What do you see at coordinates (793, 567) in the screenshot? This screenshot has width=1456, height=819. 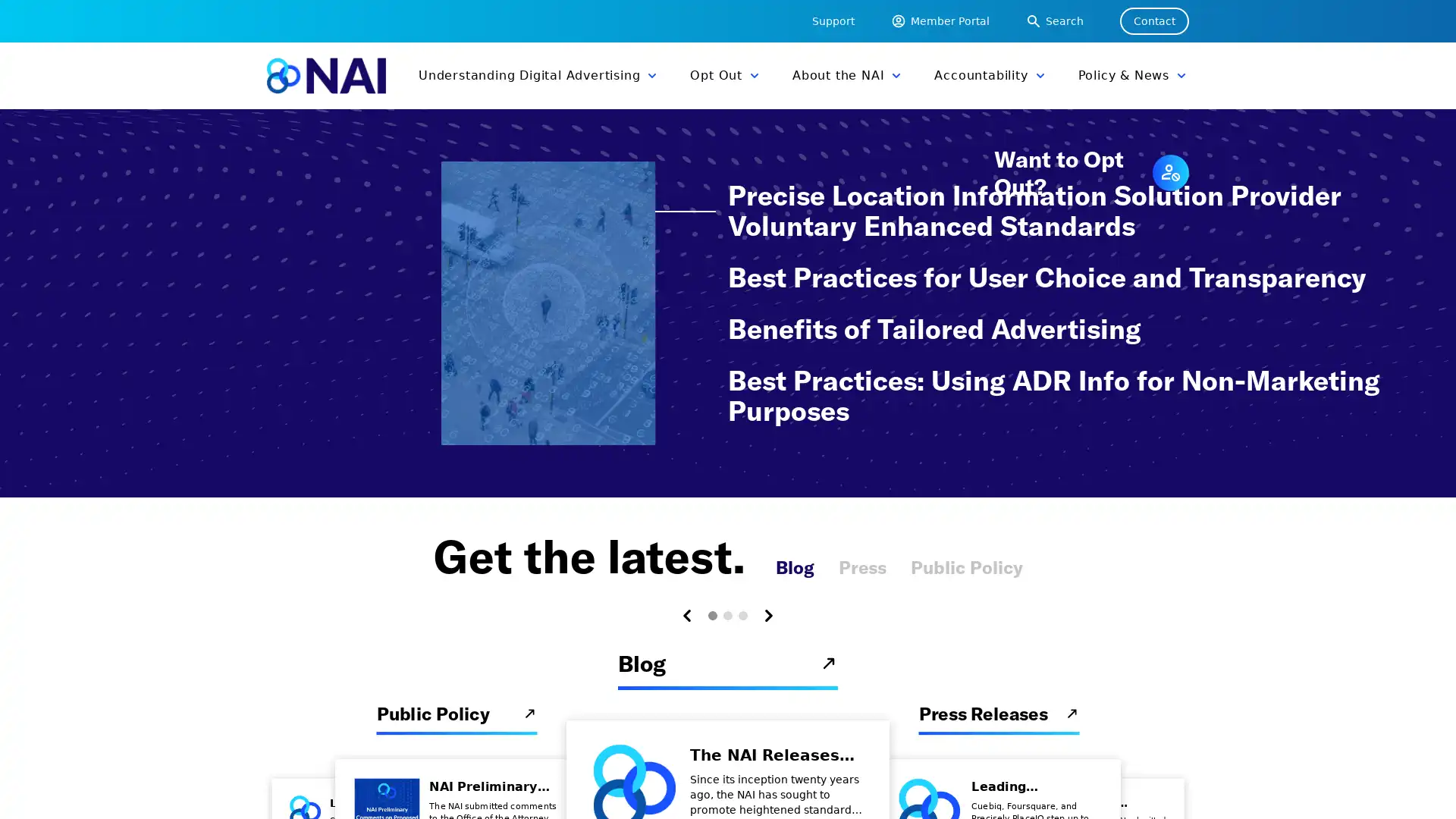 I see `Blog` at bounding box center [793, 567].